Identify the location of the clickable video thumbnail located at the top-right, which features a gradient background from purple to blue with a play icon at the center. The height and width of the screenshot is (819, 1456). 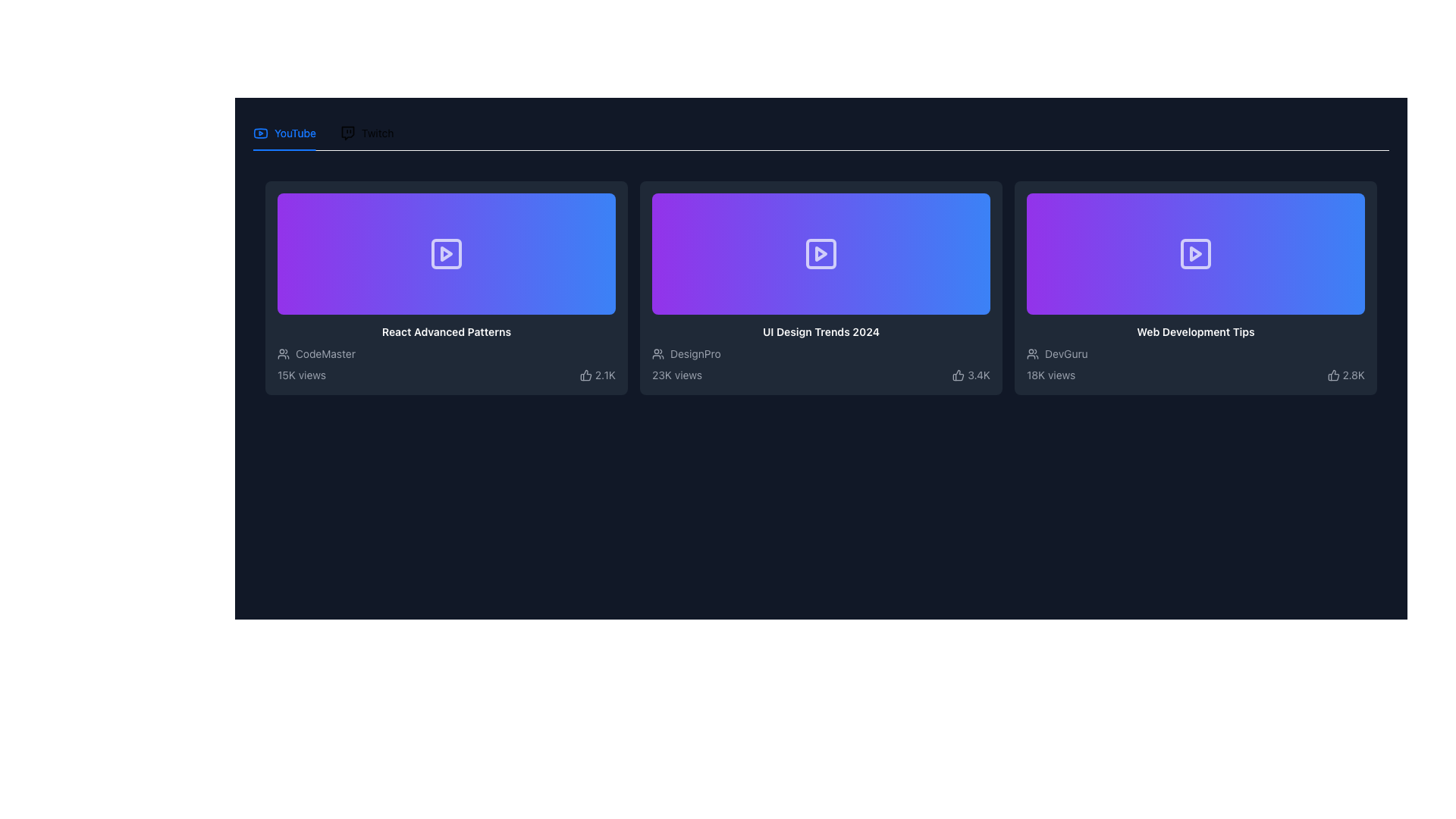
(1195, 253).